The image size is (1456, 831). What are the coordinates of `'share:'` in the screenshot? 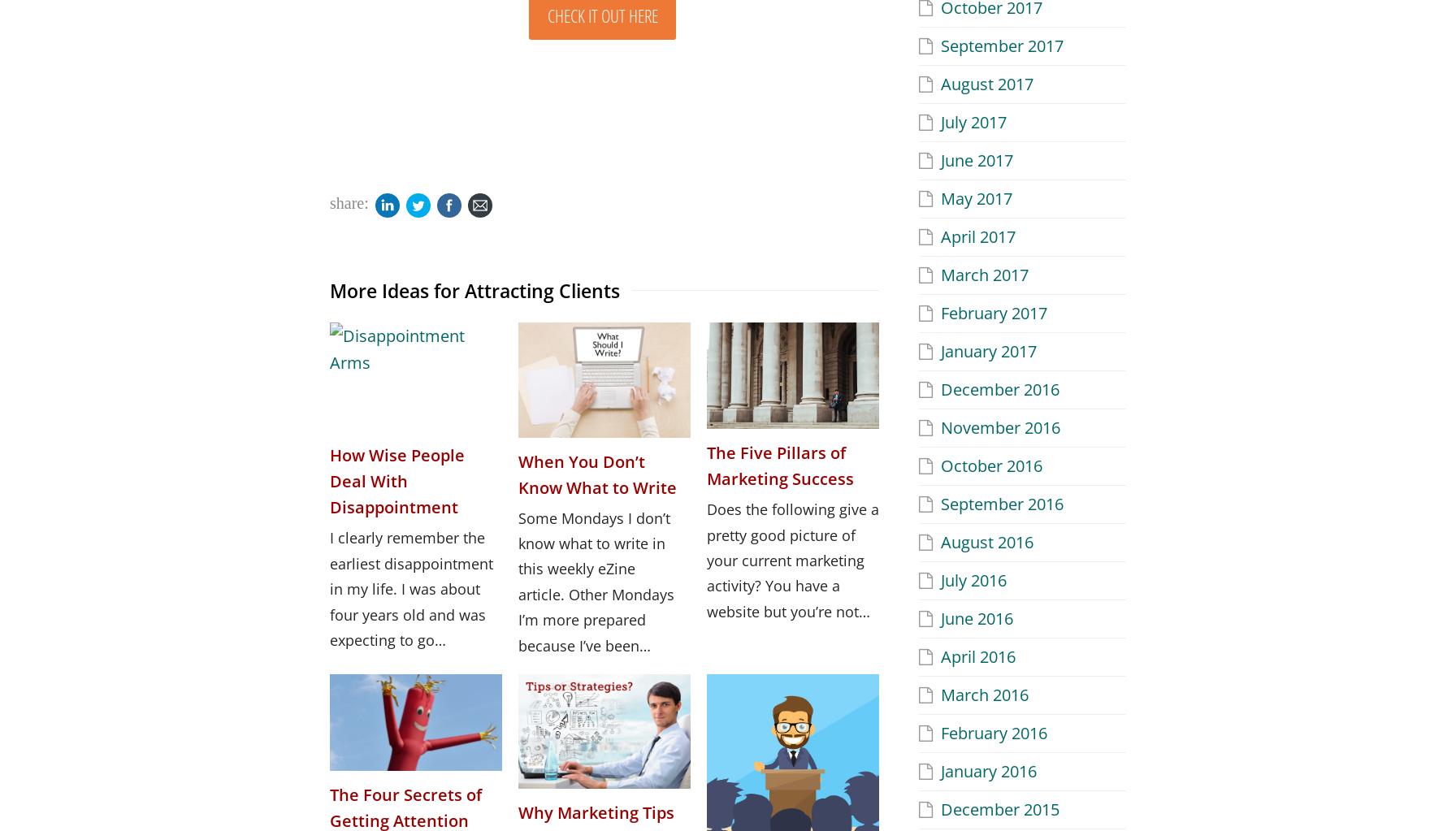 It's located at (349, 201).